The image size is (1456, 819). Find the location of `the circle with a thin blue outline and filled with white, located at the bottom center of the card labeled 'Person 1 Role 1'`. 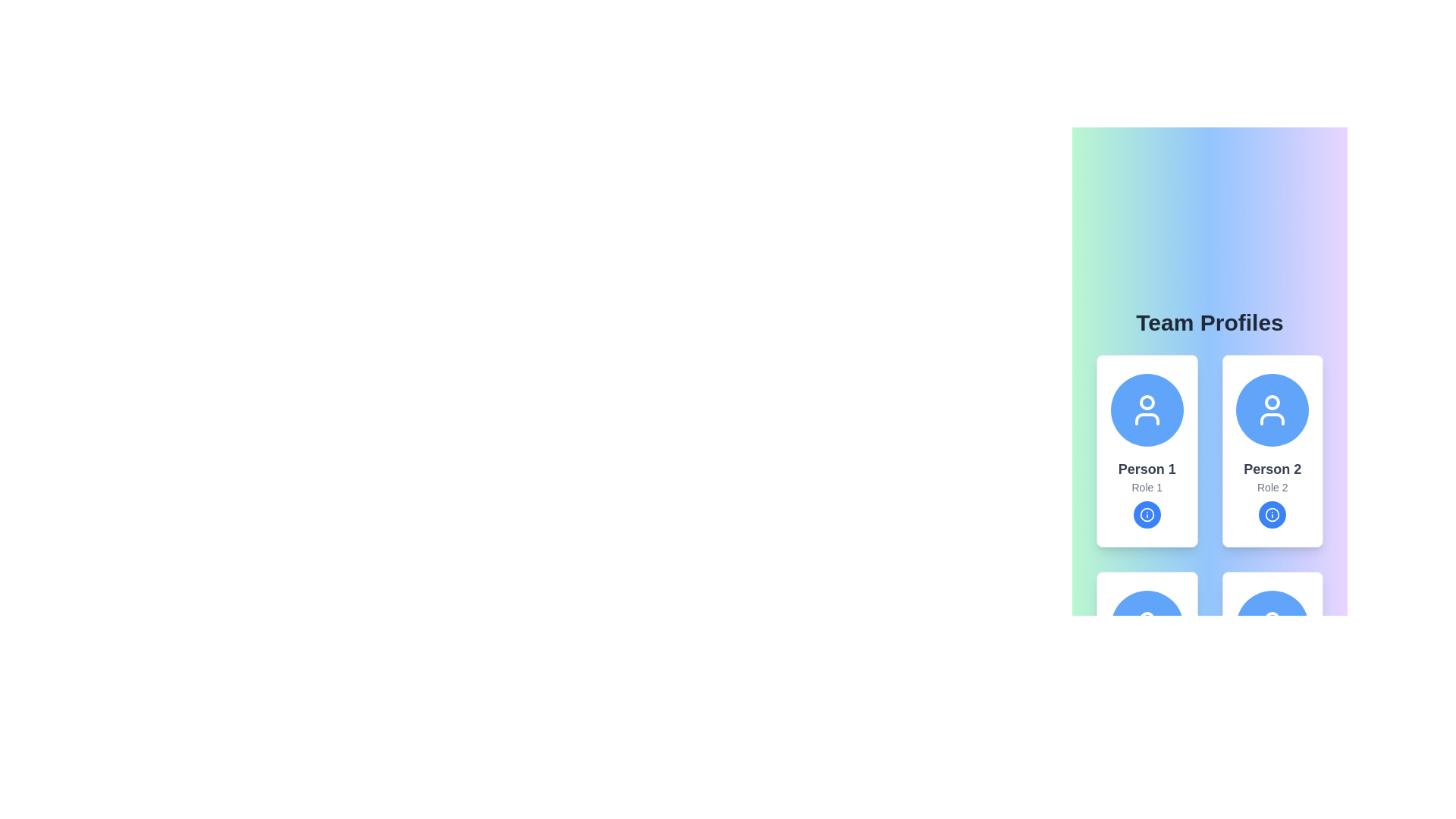

the circle with a thin blue outline and filled with white, located at the bottom center of the card labeled 'Person 1 Role 1' is located at coordinates (1147, 513).